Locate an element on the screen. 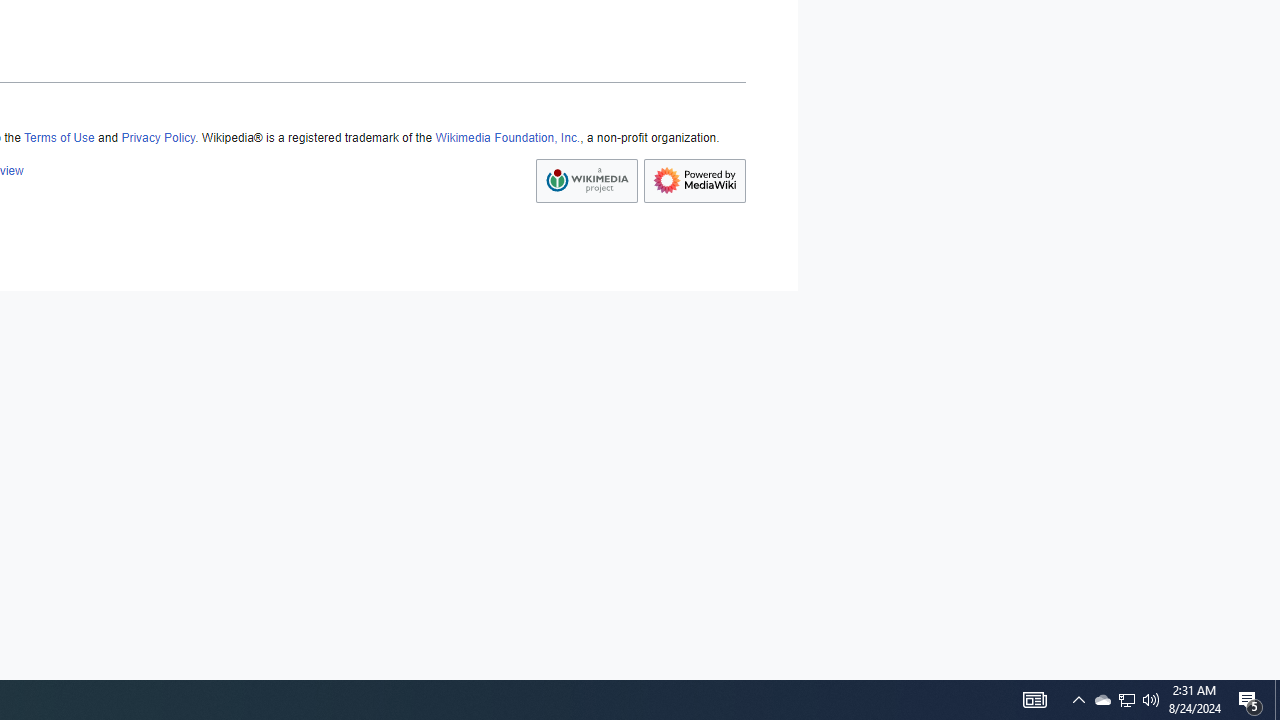  'AutomationID: footer-poweredbyico' is located at coordinates (695, 181).